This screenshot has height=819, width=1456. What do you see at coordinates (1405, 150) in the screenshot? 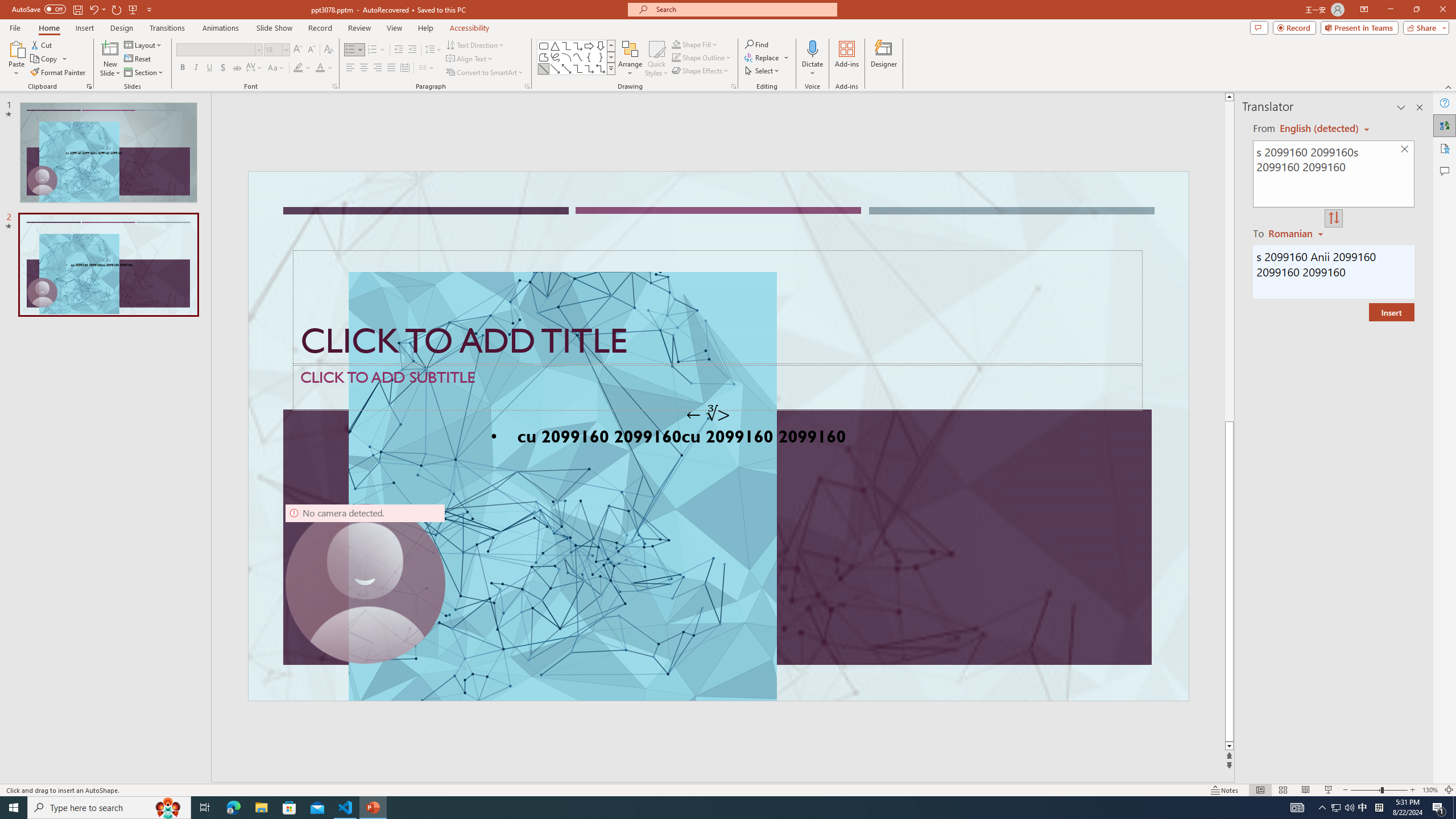
I see `'Clear text'` at bounding box center [1405, 150].